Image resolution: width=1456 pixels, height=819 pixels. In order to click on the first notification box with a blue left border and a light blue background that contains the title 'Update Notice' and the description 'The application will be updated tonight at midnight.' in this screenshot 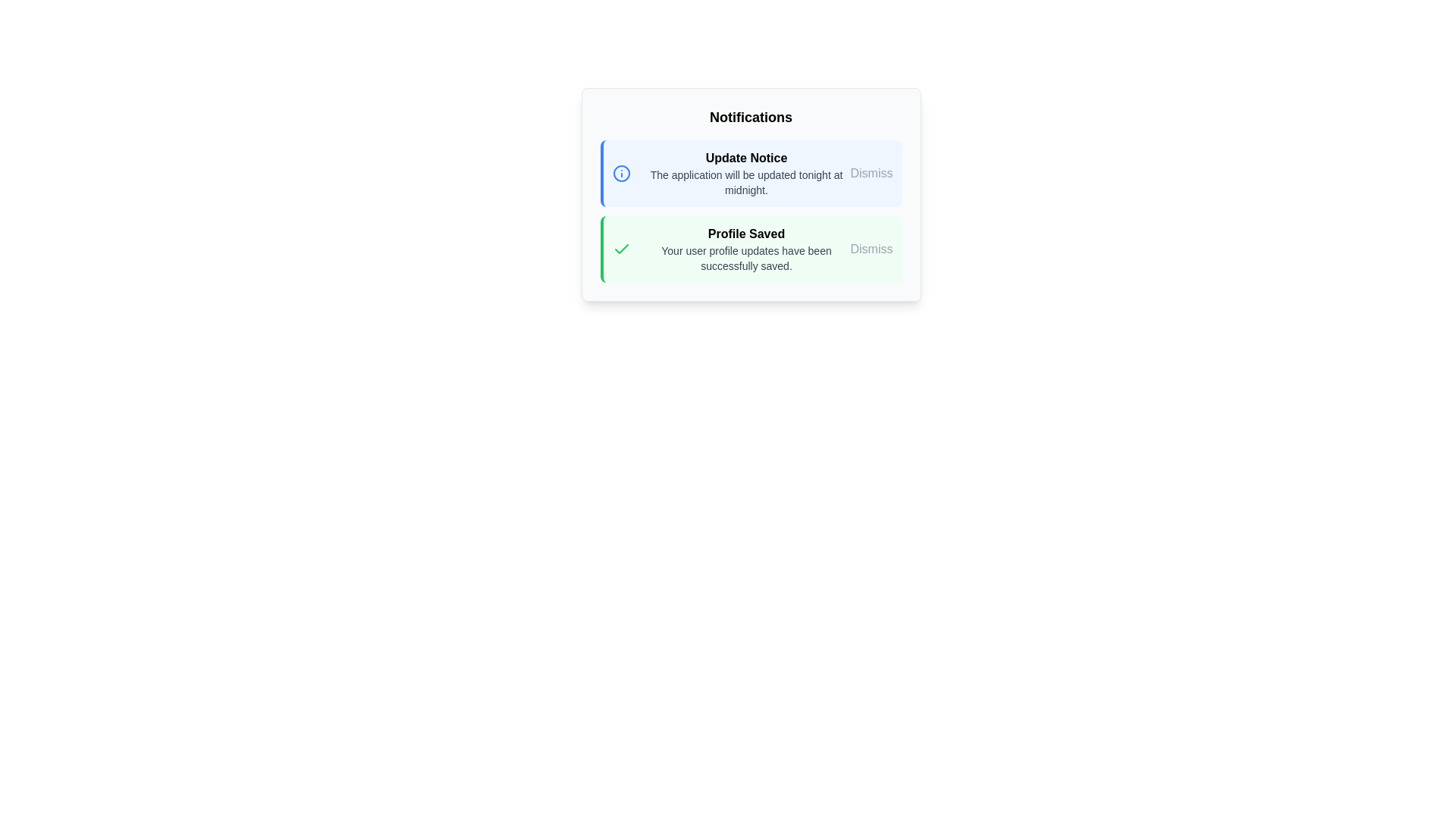, I will do `click(751, 172)`.